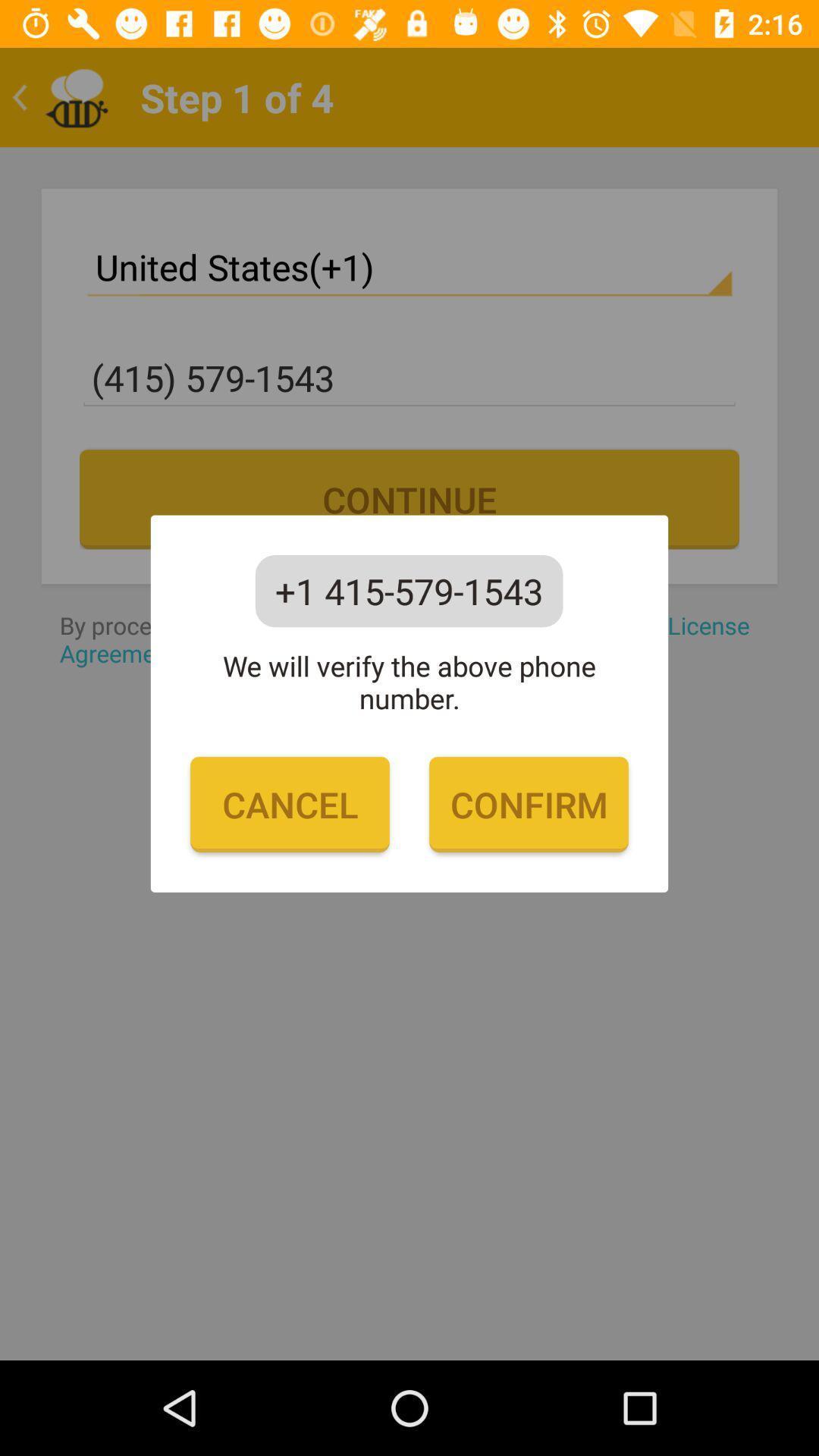  Describe the element at coordinates (528, 804) in the screenshot. I see `the item next to the cancel icon` at that location.